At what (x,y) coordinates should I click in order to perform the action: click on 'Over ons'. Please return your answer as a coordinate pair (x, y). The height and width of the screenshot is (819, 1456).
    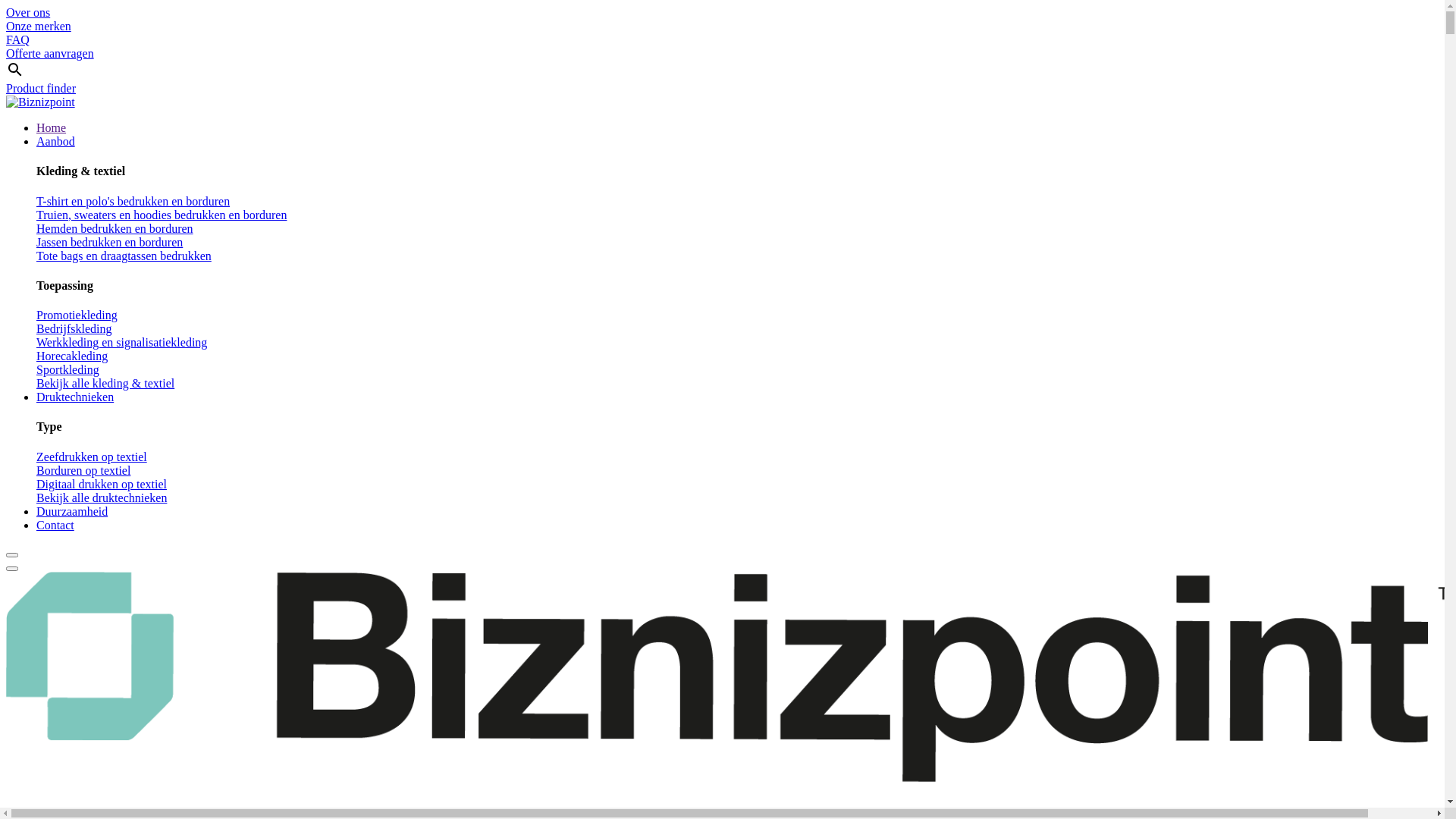
    Looking at the image, I should click on (28, 12).